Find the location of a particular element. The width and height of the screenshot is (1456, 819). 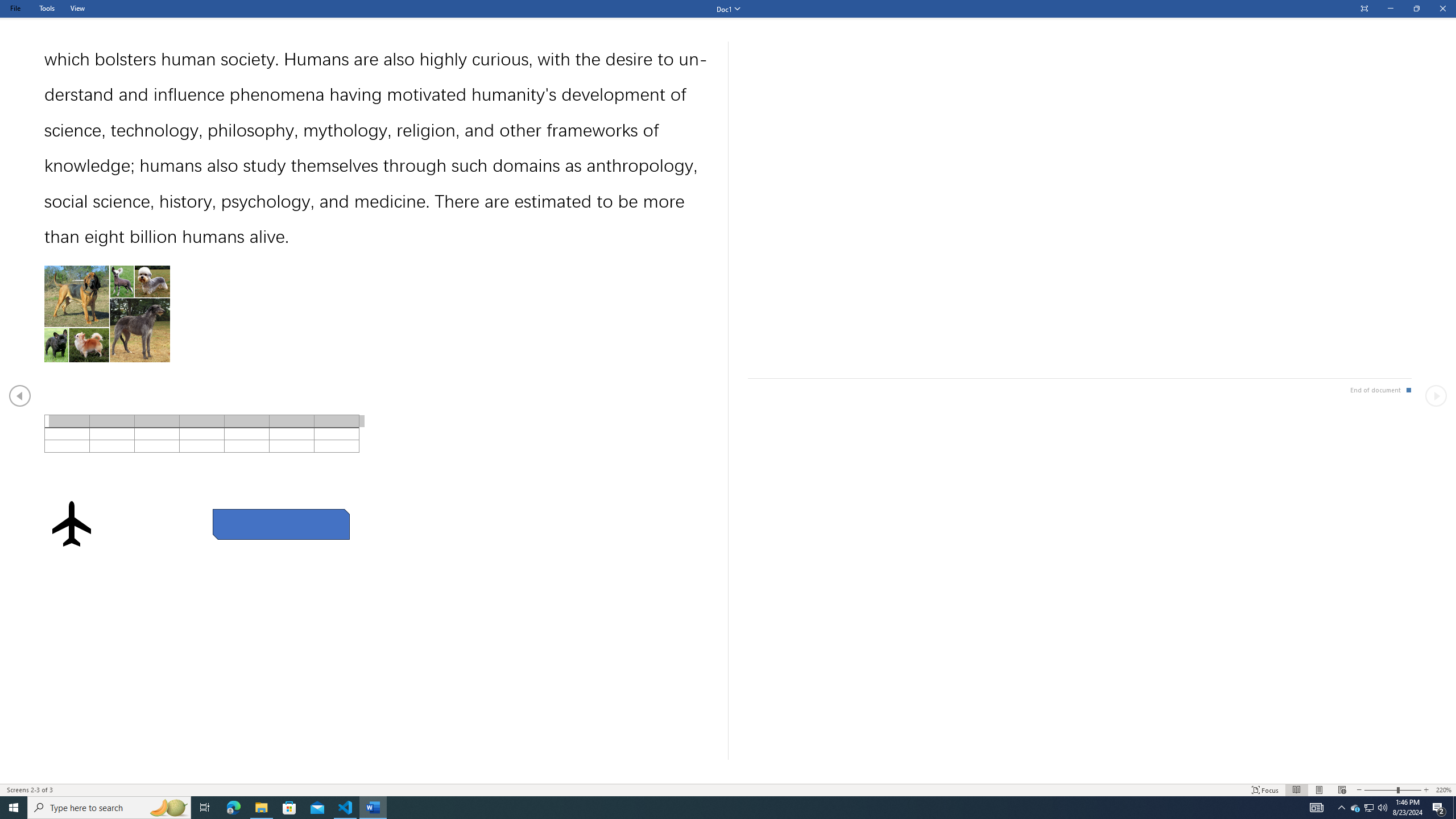

'Auto-hide Reading Toolbar' is located at coordinates (1363, 9).